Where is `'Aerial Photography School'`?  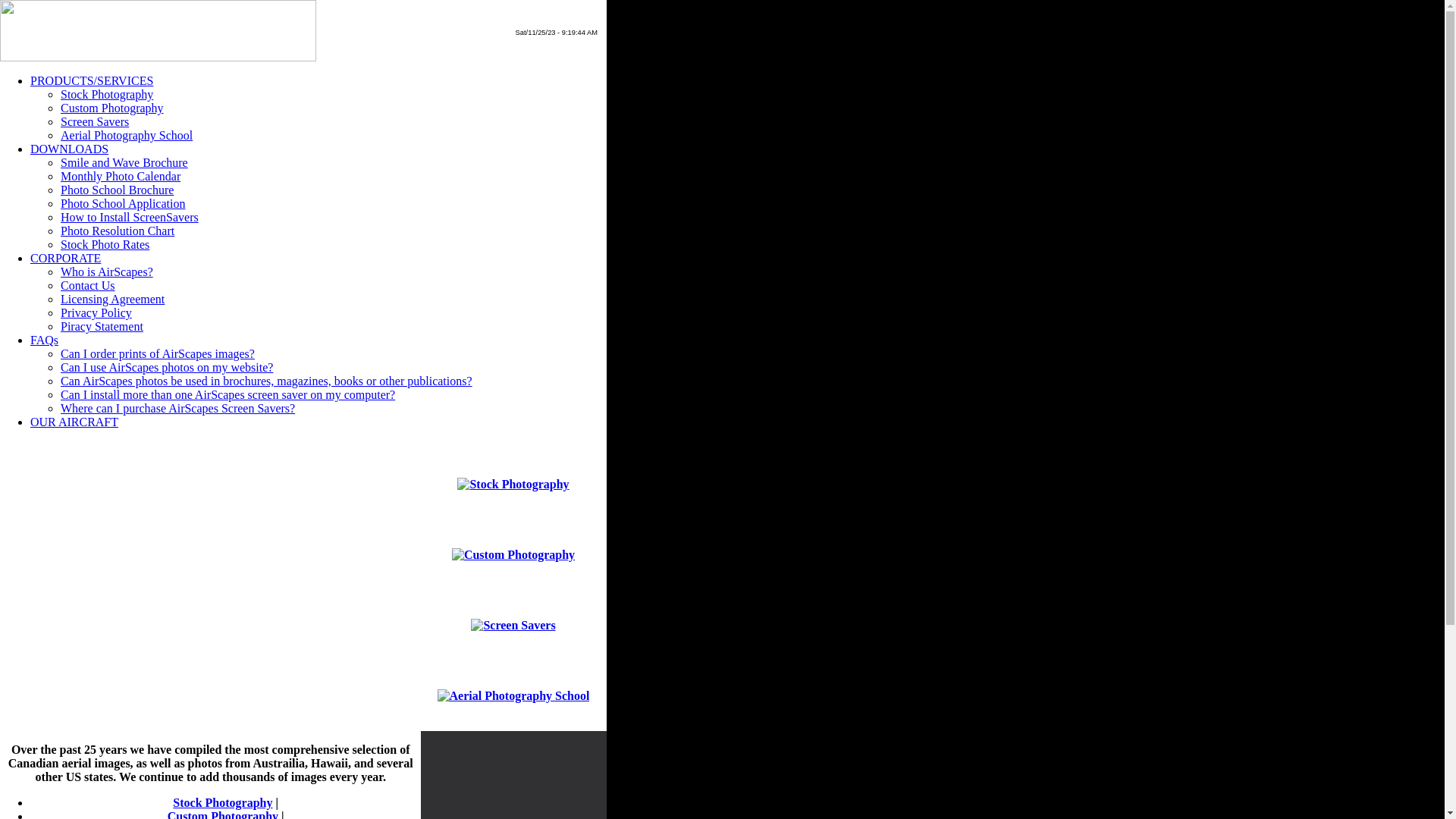
'Aerial Photography School' is located at coordinates (127, 134).